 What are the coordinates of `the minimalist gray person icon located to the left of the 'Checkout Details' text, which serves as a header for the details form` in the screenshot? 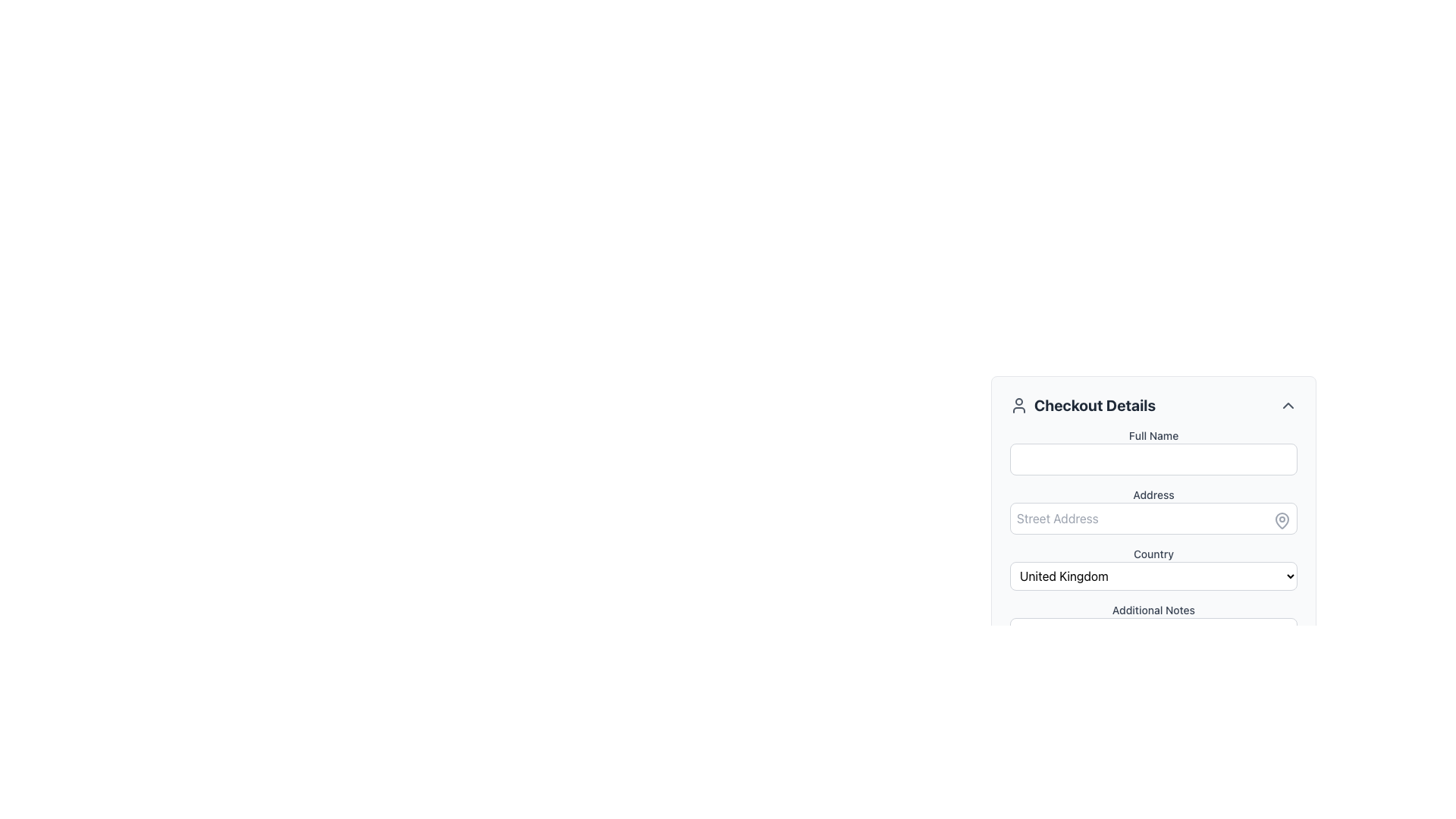 It's located at (1019, 405).